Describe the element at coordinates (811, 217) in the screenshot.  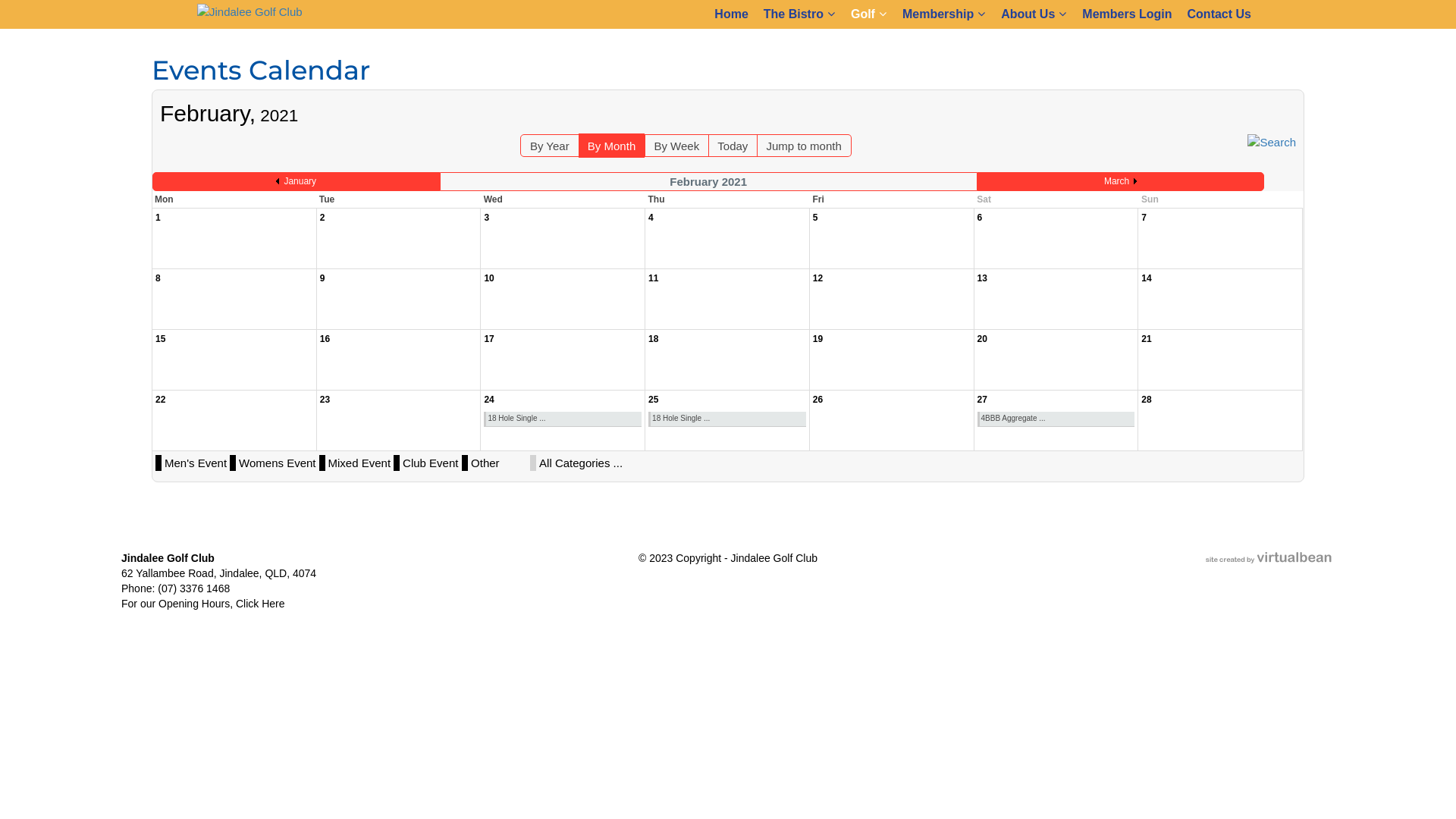
I see `'5'` at that location.